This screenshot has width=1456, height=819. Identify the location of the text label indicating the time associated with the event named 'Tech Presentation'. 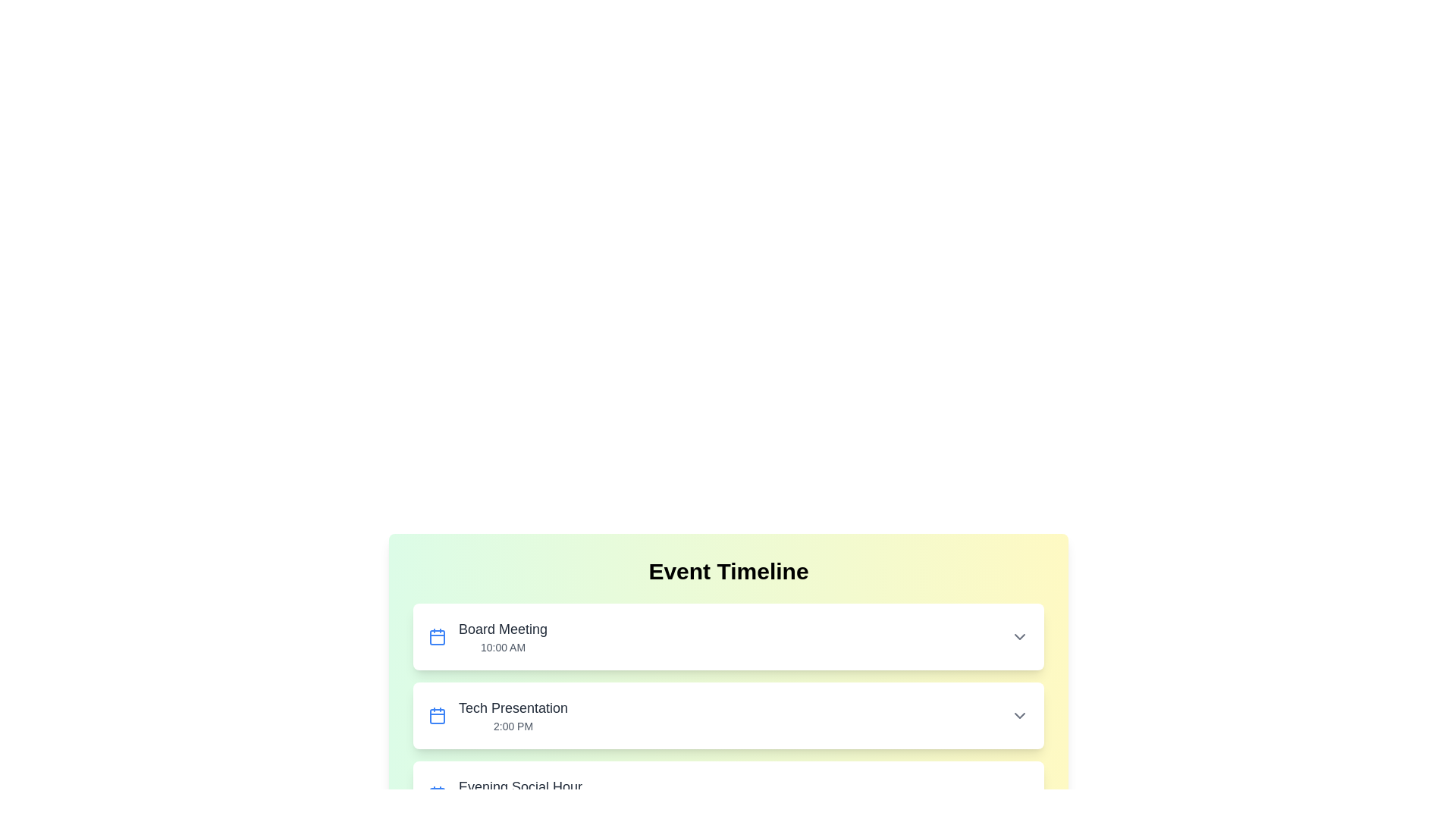
(513, 725).